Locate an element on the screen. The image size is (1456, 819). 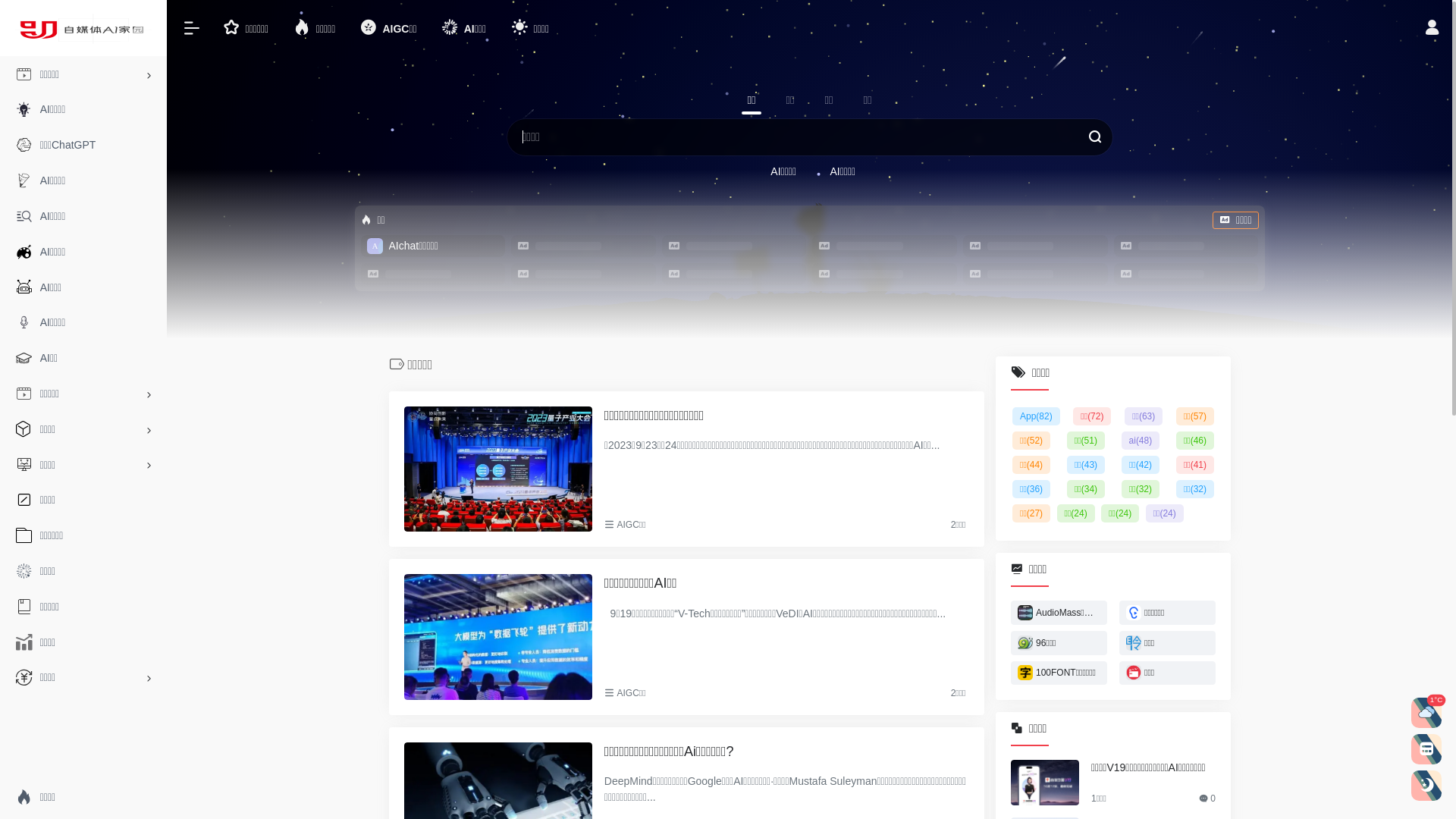
'ai(48)' is located at coordinates (1140, 441).